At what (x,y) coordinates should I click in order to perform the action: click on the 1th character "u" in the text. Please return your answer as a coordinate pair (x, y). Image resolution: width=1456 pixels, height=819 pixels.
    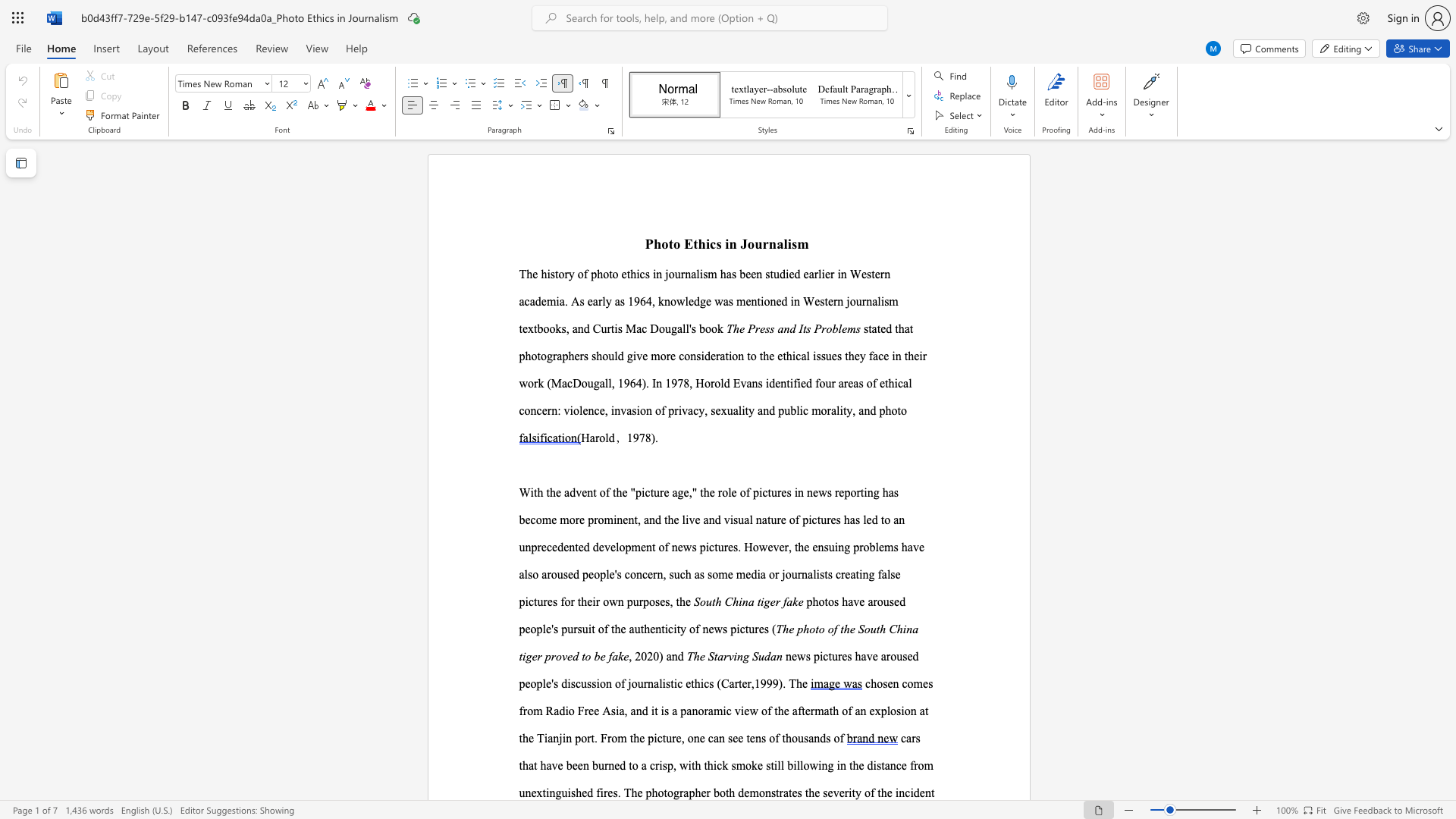
    Looking at the image, I should click on (600, 765).